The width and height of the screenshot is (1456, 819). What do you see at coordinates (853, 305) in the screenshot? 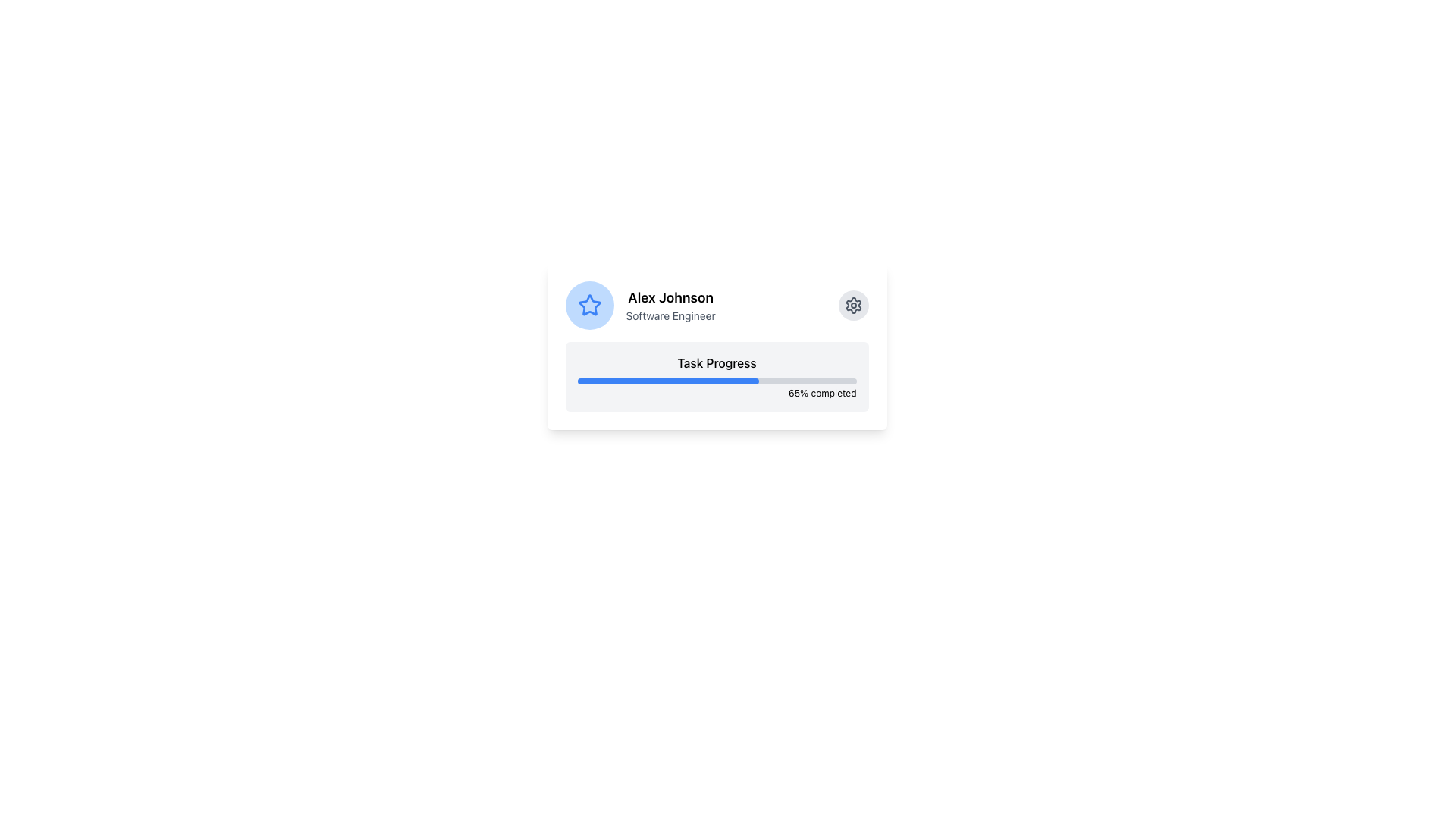
I see `the settings icon located in the top-right corner of the card` at bounding box center [853, 305].